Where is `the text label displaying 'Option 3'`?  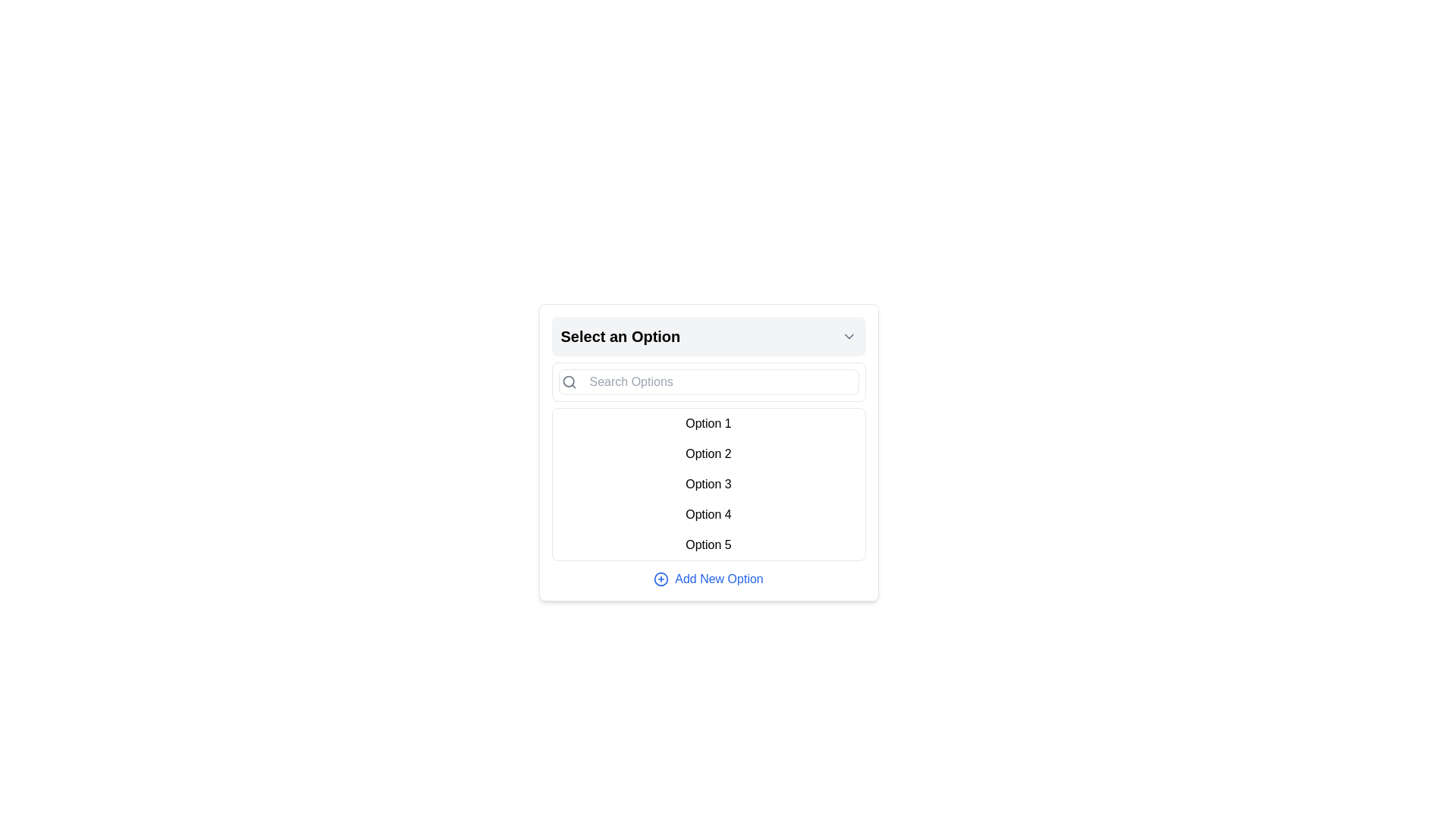 the text label displaying 'Option 3' is located at coordinates (708, 485).